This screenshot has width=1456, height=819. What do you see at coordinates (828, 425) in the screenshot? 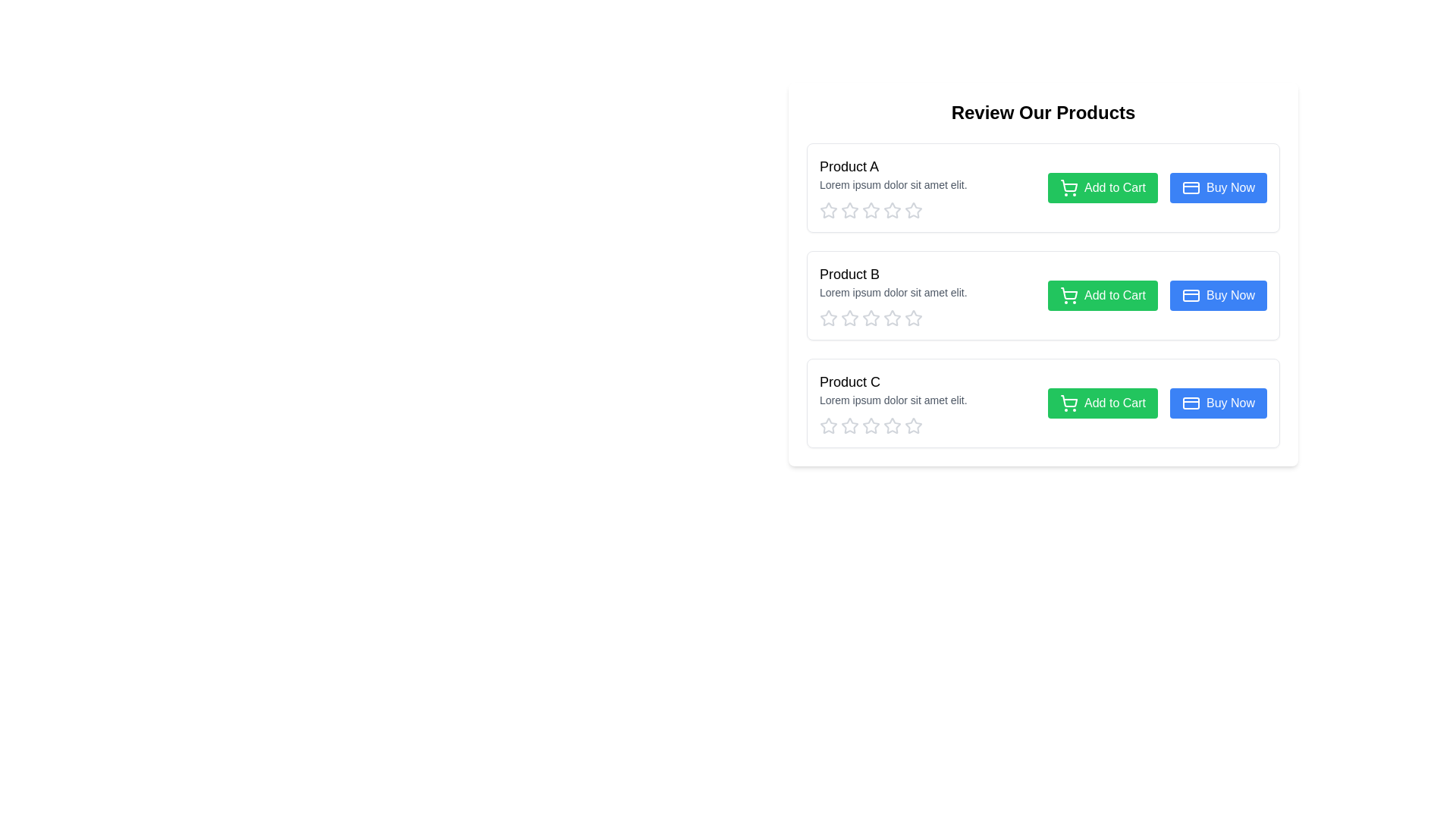
I see `the first star icon representing the rating for 'Product C'` at bounding box center [828, 425].